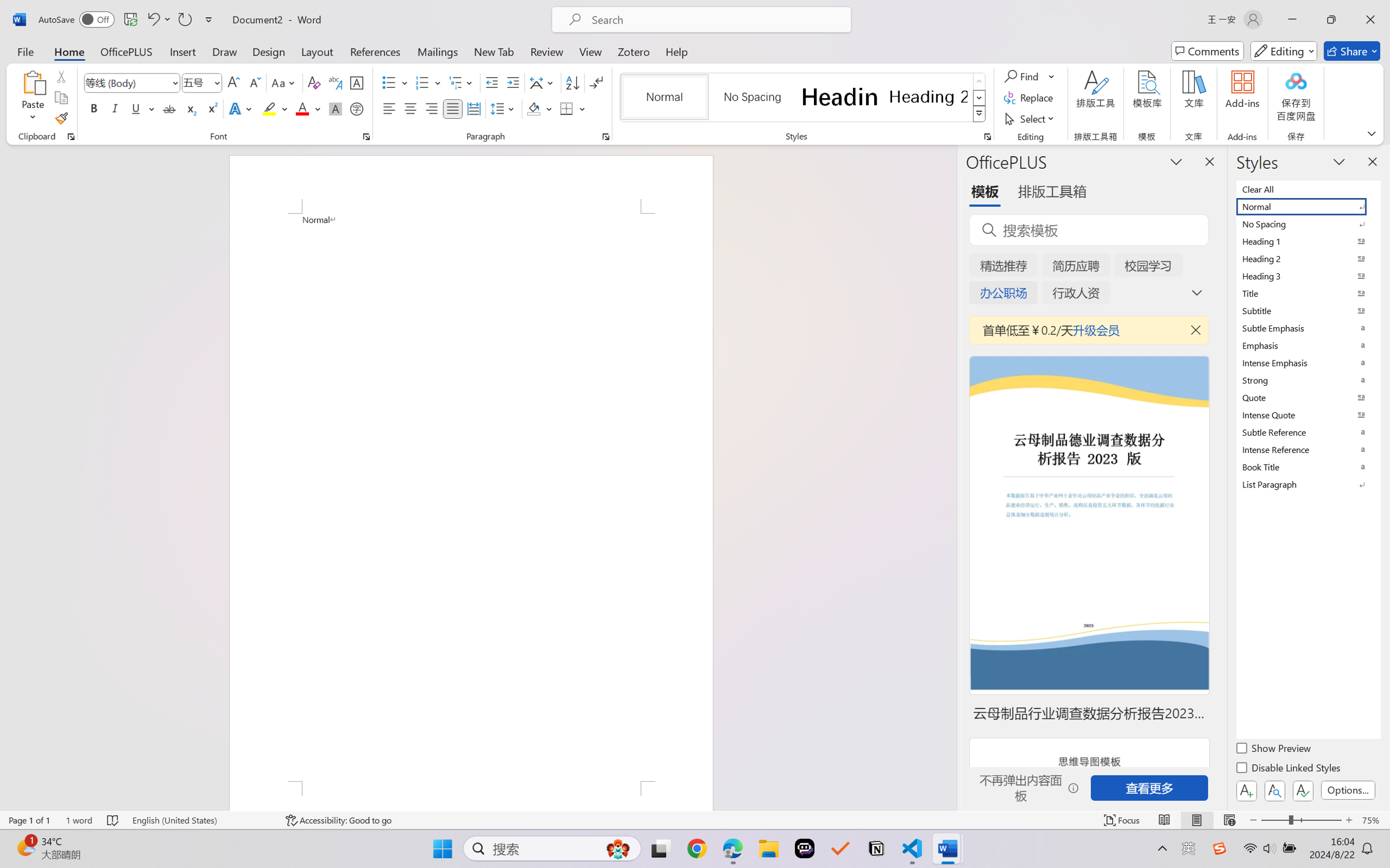 The image size is (1390, 868). Describe the element at coordinates (1351, 51) in the screenshot. I see `'Share'` at that location.